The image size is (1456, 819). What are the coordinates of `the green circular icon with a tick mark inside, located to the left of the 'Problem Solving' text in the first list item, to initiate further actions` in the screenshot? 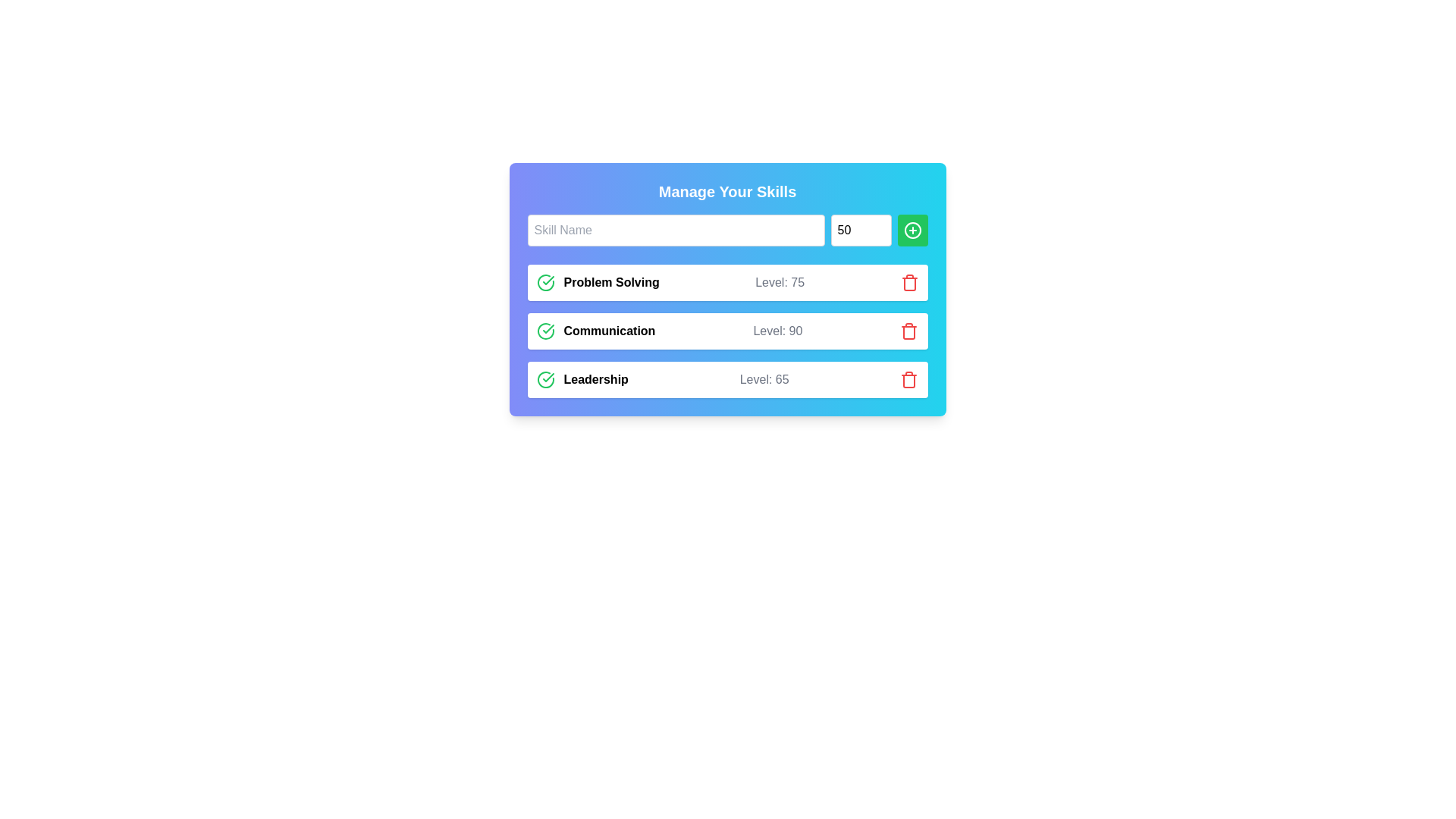 It's located at (545, 283).